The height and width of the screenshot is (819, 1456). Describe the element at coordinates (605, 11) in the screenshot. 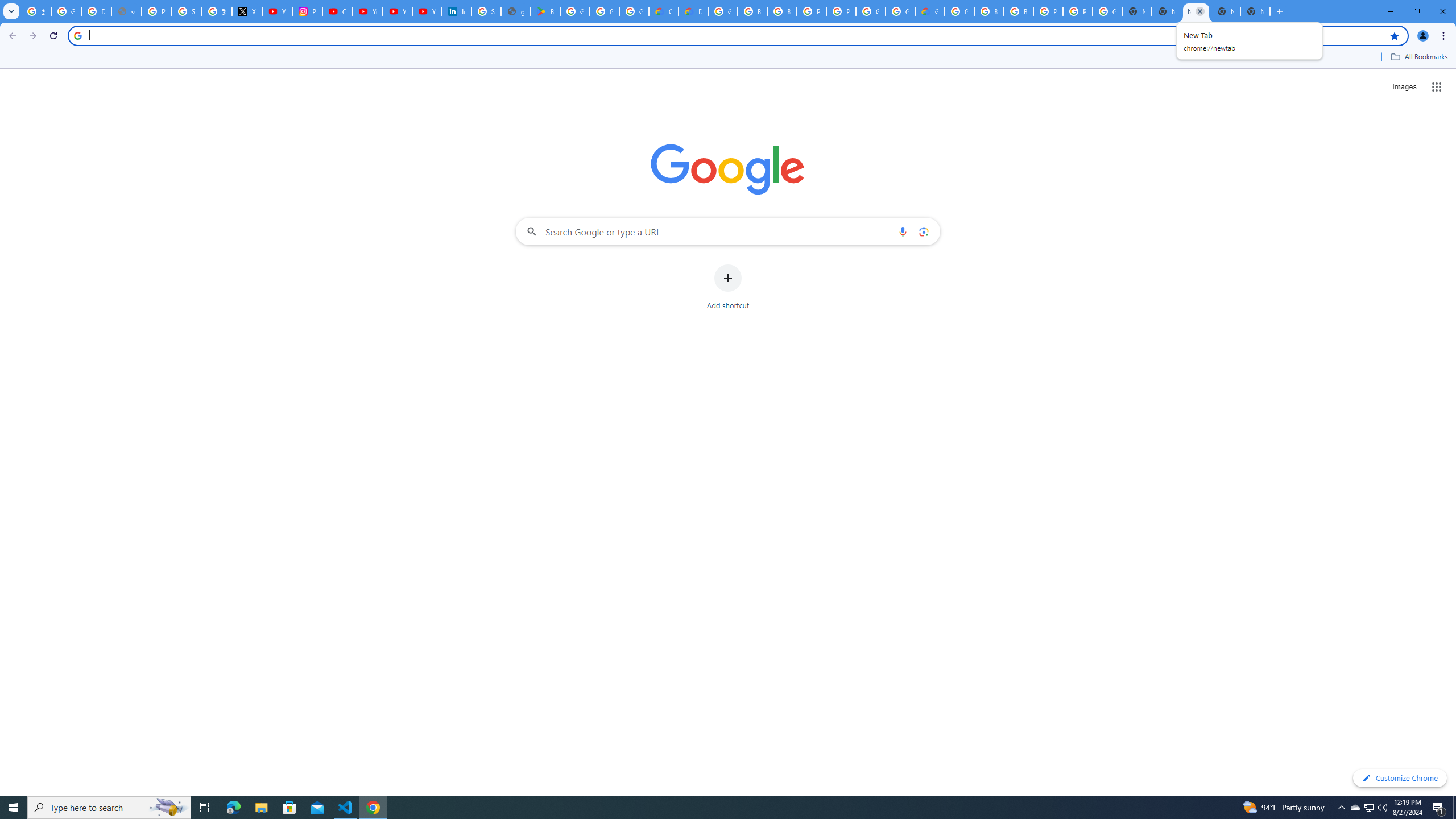

I see `'Google Workspace - Specific Terms'` at that location.